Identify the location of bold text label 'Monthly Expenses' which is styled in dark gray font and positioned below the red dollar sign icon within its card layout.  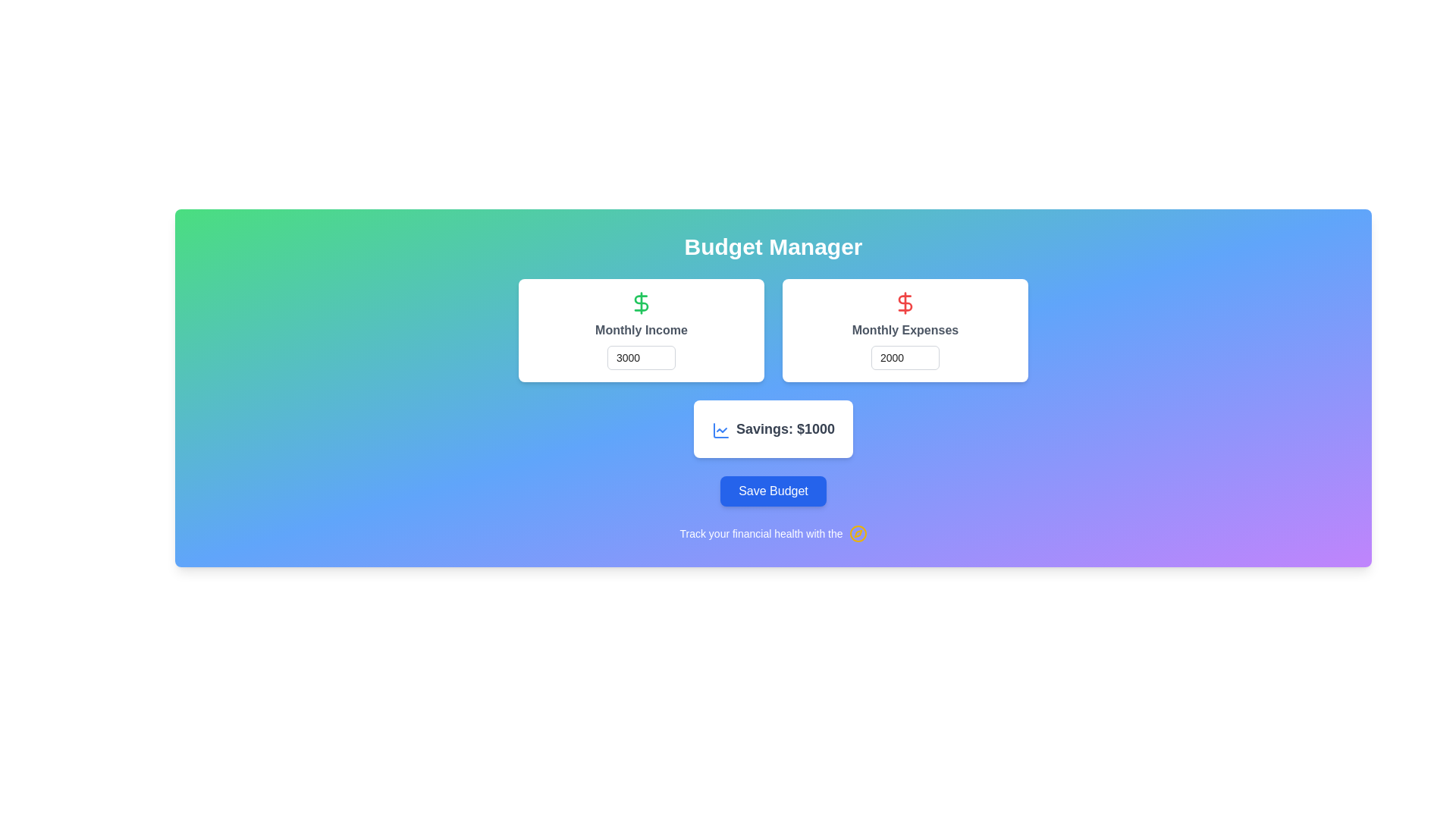
(905, 329).